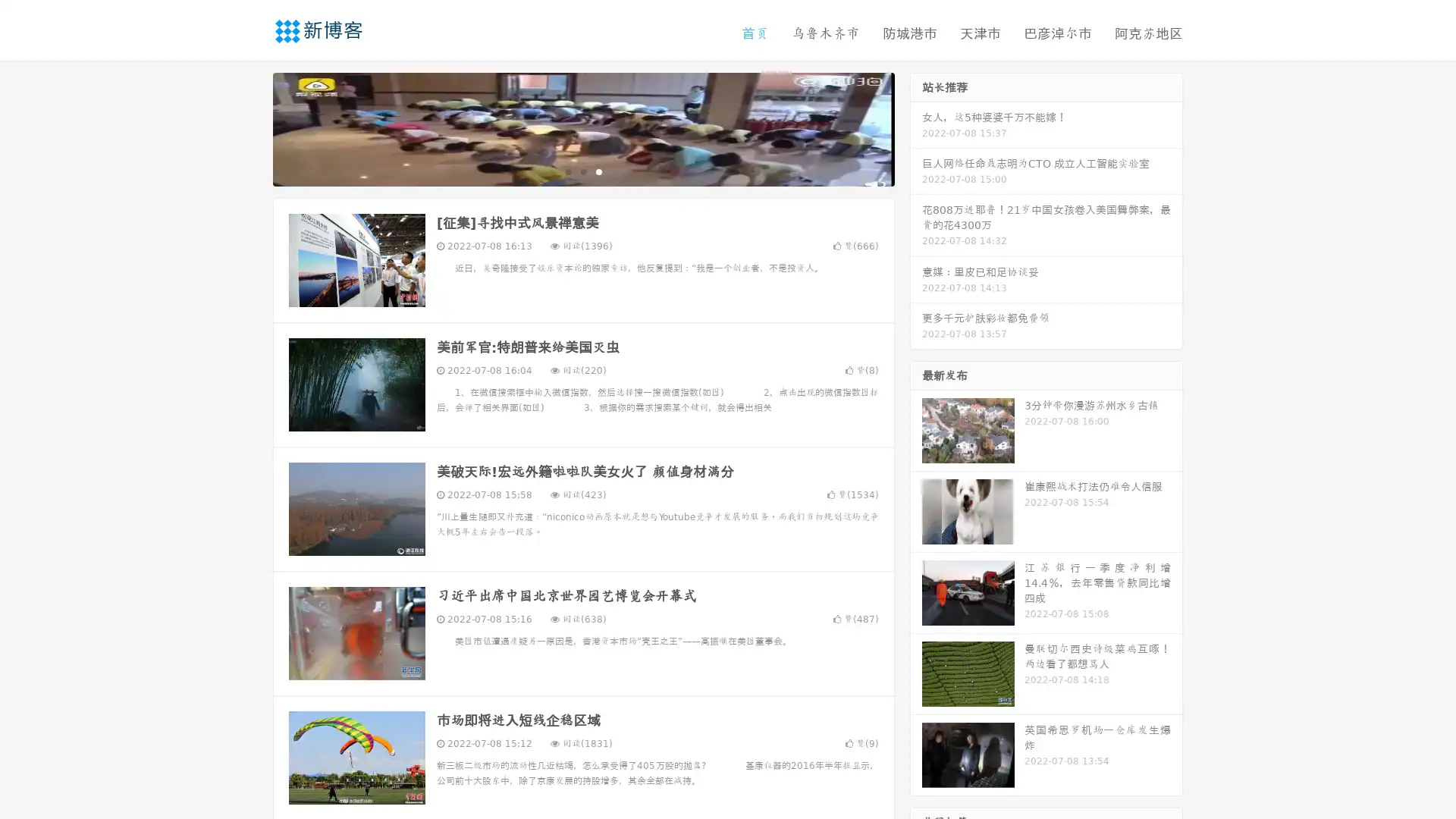 The width and height of the screenshot is (1456, 819). Describe the element at coordinates (582, 171) in the screenshot. I see `Go to slide 2` at that location.